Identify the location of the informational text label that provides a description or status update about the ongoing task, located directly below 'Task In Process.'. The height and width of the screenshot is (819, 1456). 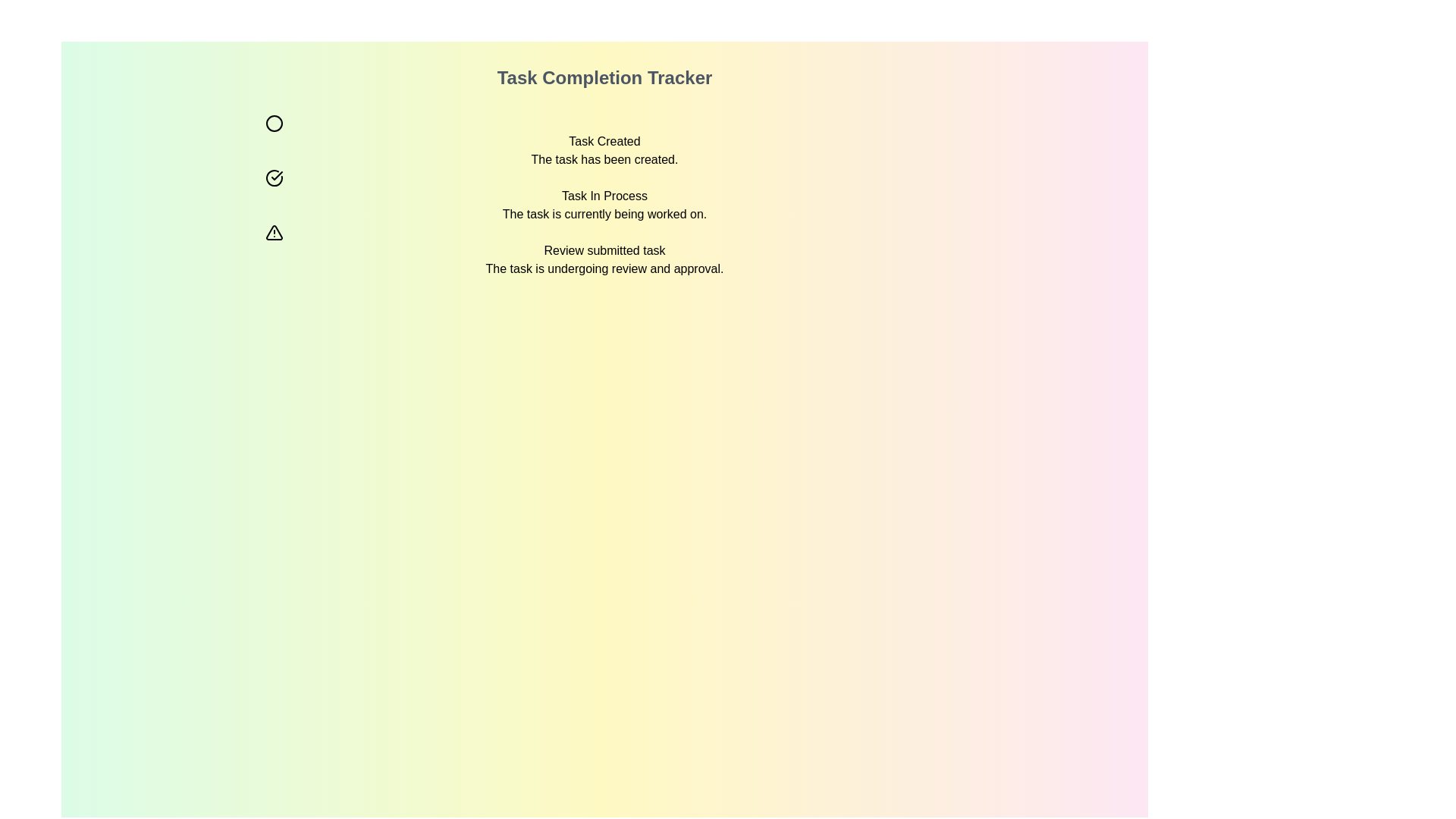
(604, 214).